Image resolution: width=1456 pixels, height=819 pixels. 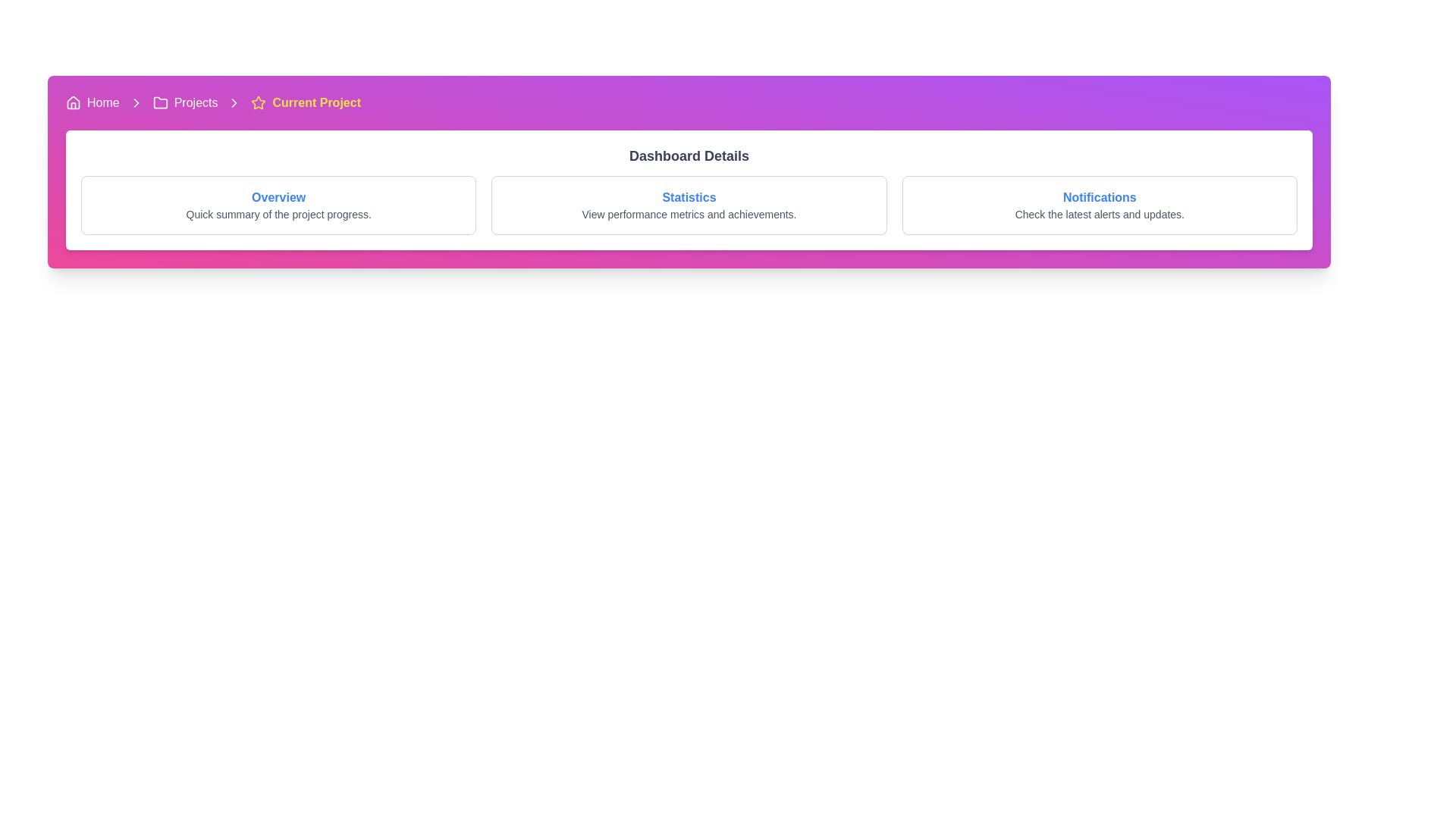 What do you see at coordinates (259, 102) in the screenshot?
I see `the SVG vector graphic icon that indicates the status of the 'Current Project' label in the breadcrumb navigation section` at bounding box center [259, 102].